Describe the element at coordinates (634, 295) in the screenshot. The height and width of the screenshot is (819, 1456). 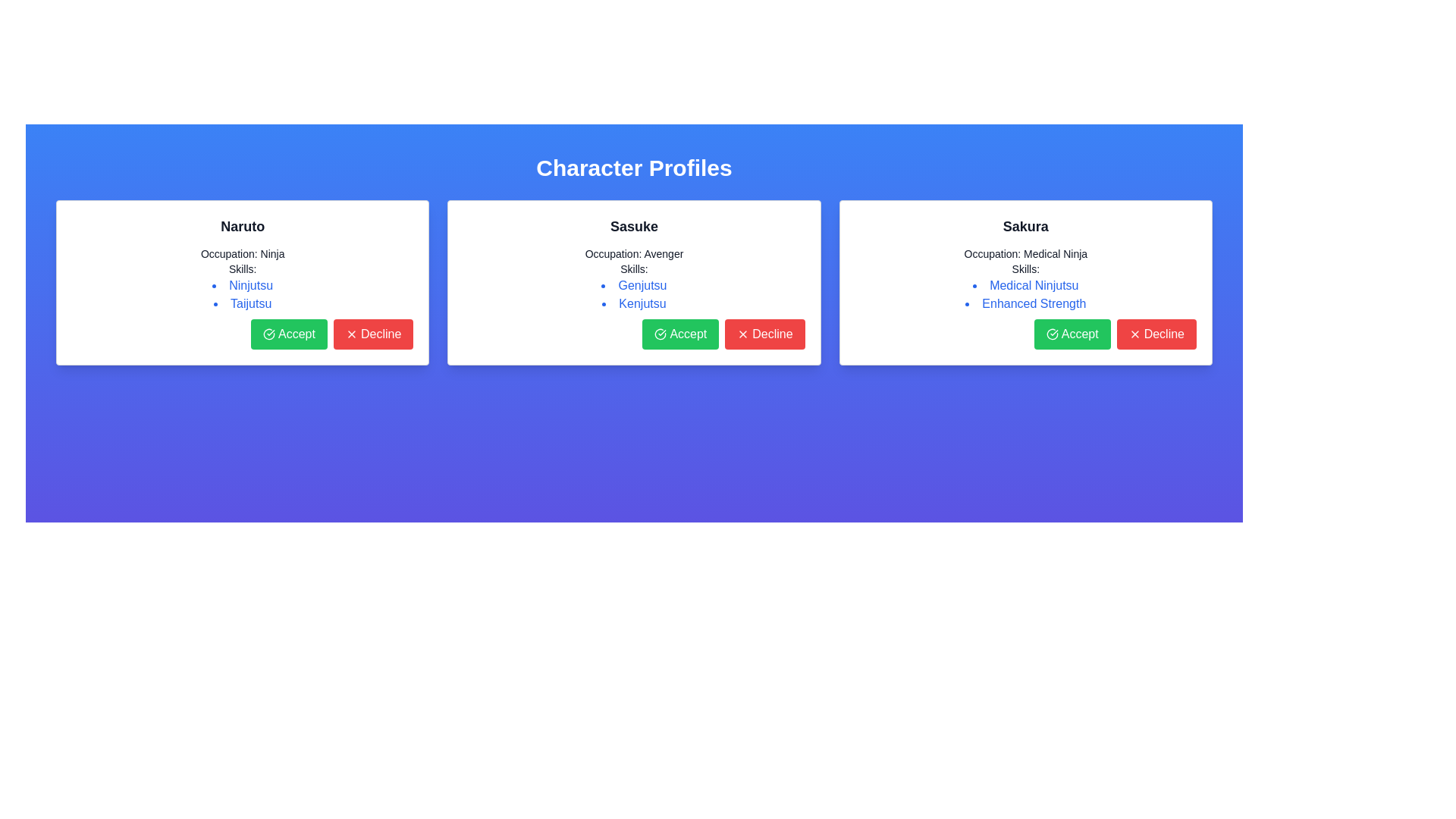
I see `the 'Genjutsu' and 'Kenjutsu' skills listed in blue under the 'Skills:' label in the 'Sasuke' character profile card` at that location.